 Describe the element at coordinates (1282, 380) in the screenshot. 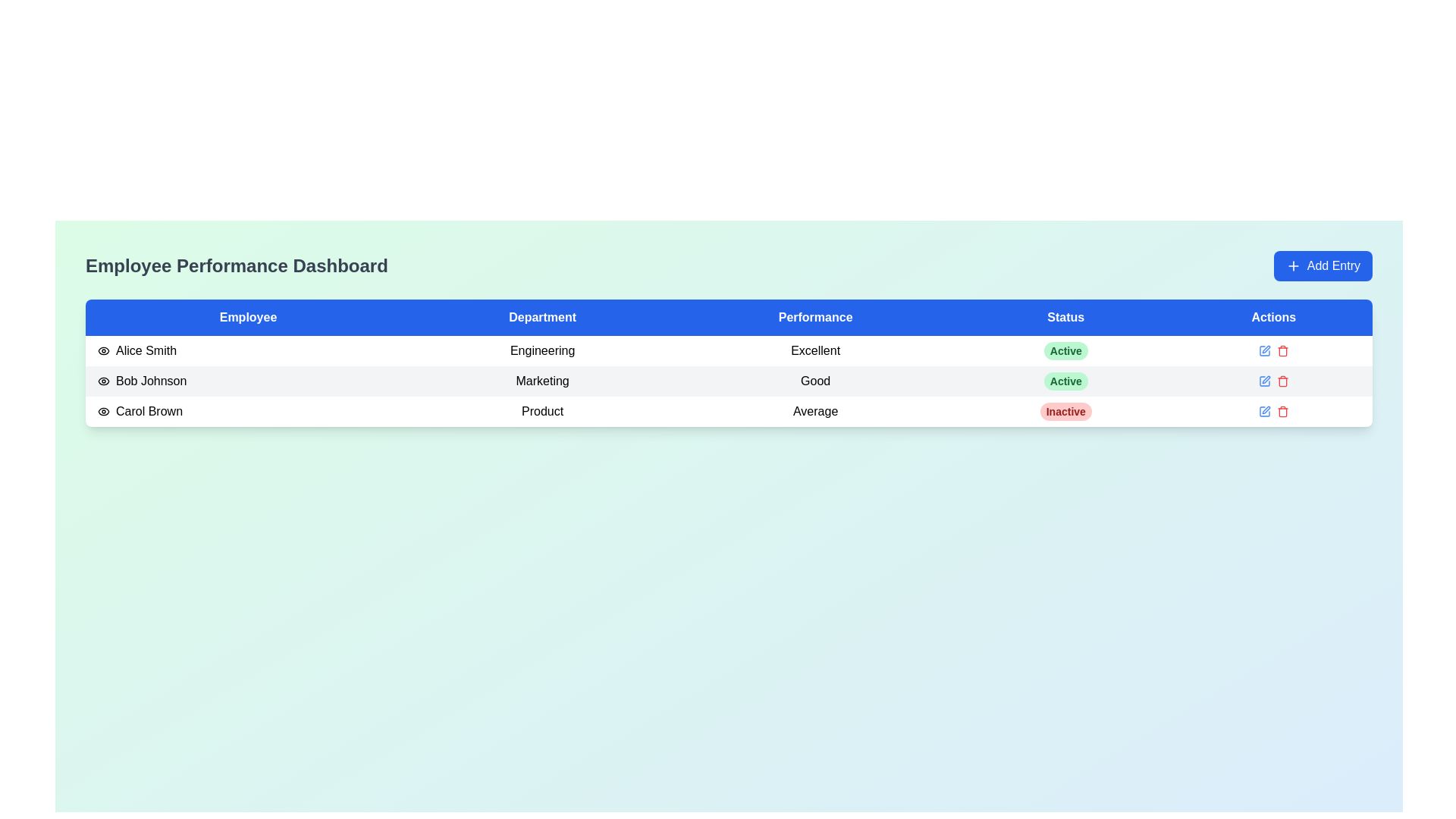

I see `the trash can icon` at that location.